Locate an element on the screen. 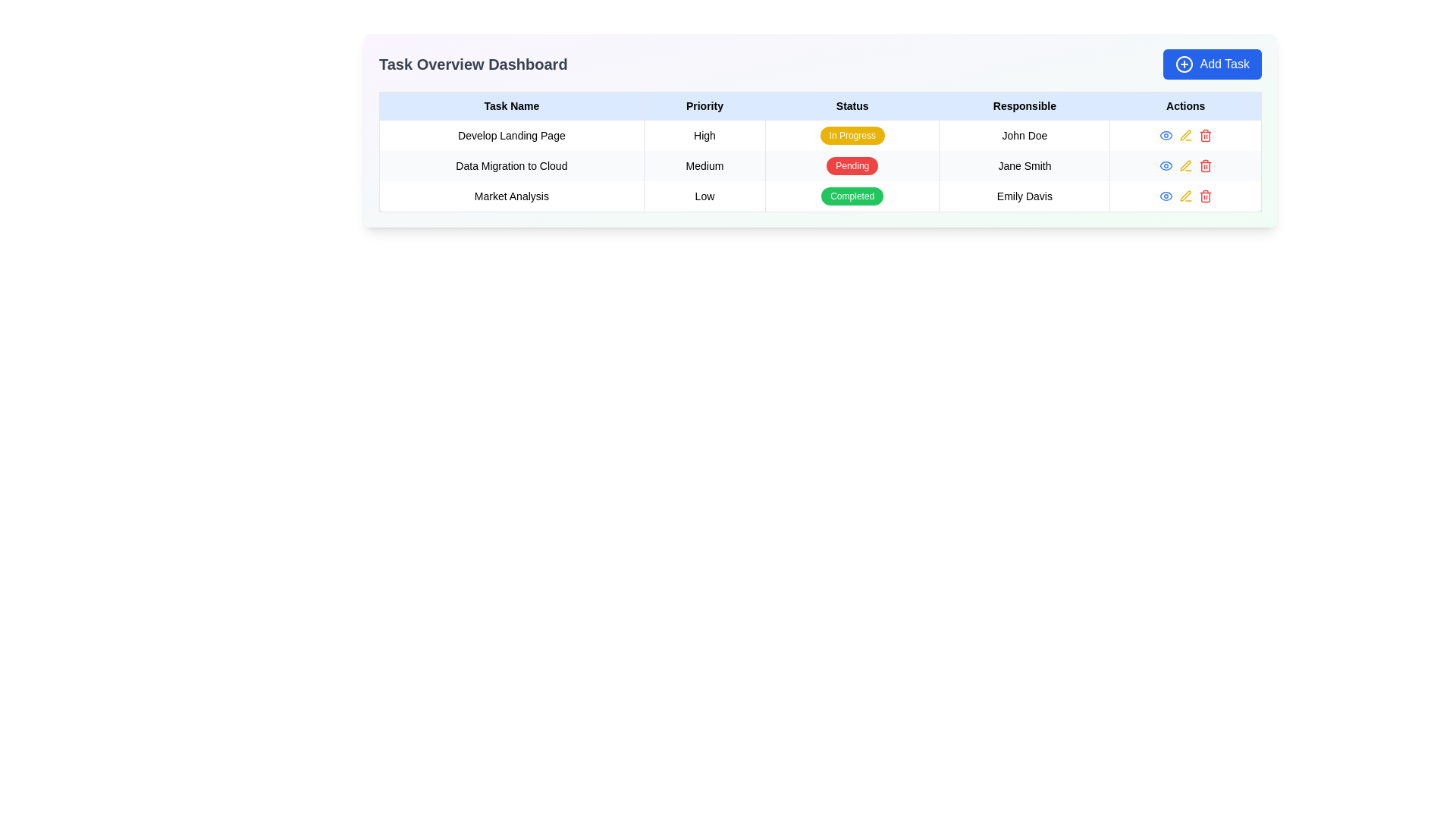  properties of the 'In Progress' label, which is a pill-shaped button with a yellow background located in the 'Status' column of the task table for 'Develop Landing Page' is located at coordinates (852, 134).